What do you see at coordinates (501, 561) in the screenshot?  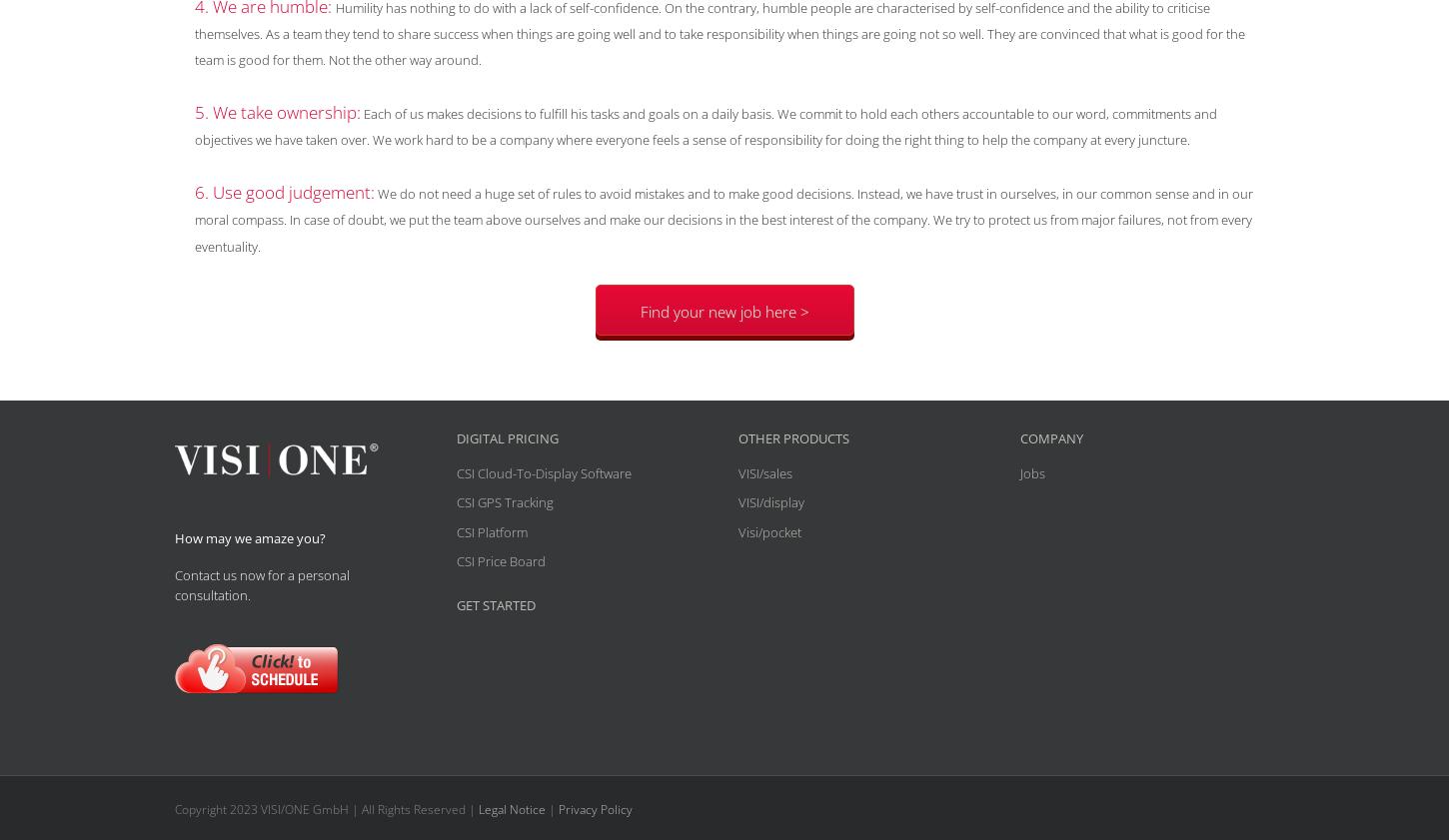 I see `'CSI Price Board'` at bounding box center [501, 561].